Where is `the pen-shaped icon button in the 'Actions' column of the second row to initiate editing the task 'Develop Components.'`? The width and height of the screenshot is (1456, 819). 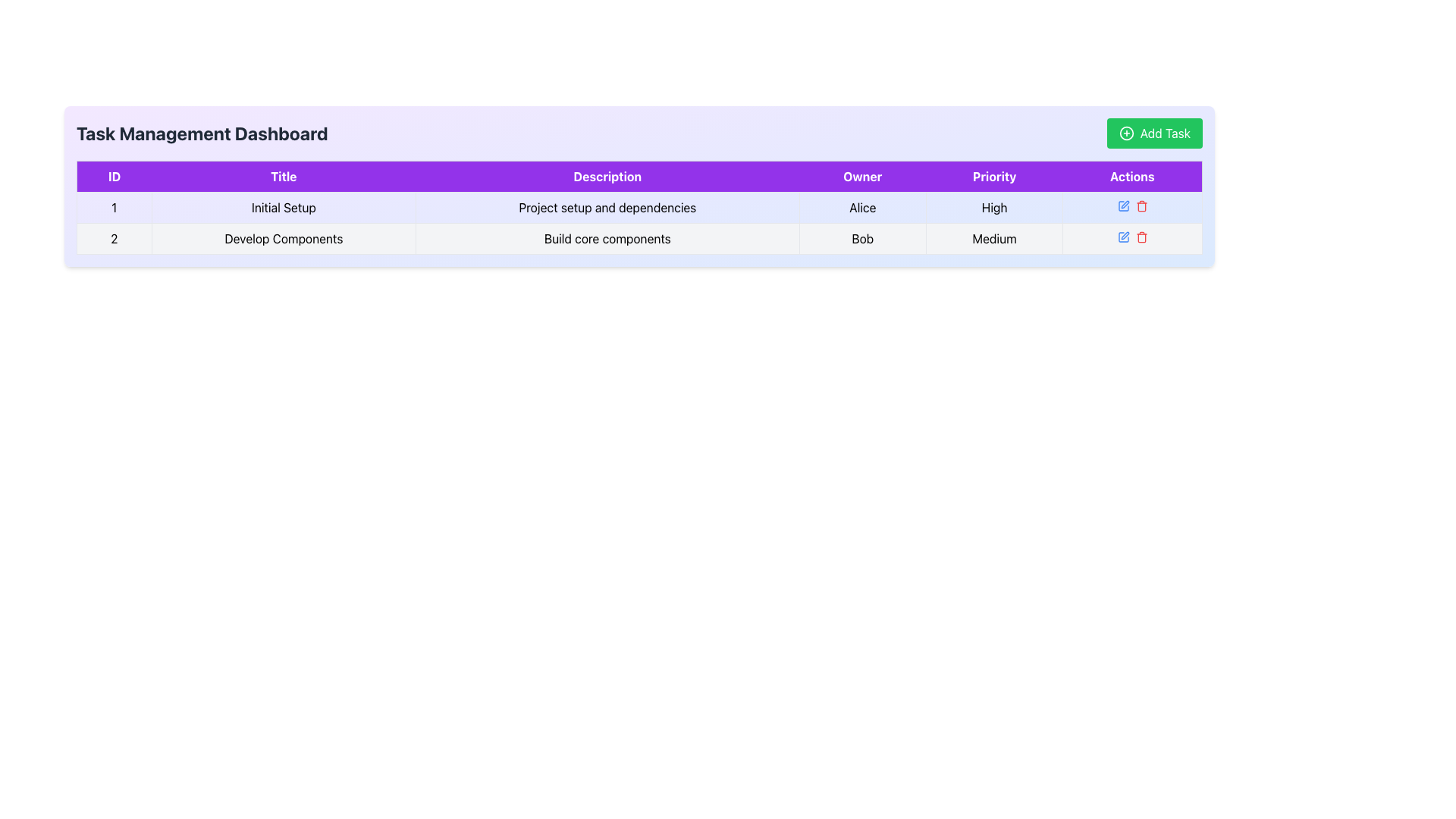 the pen-shaped icon button in the 'Actions' column of the second row to initiate editing the task 'Develop Components.' is located at coordinates (1125, 236).